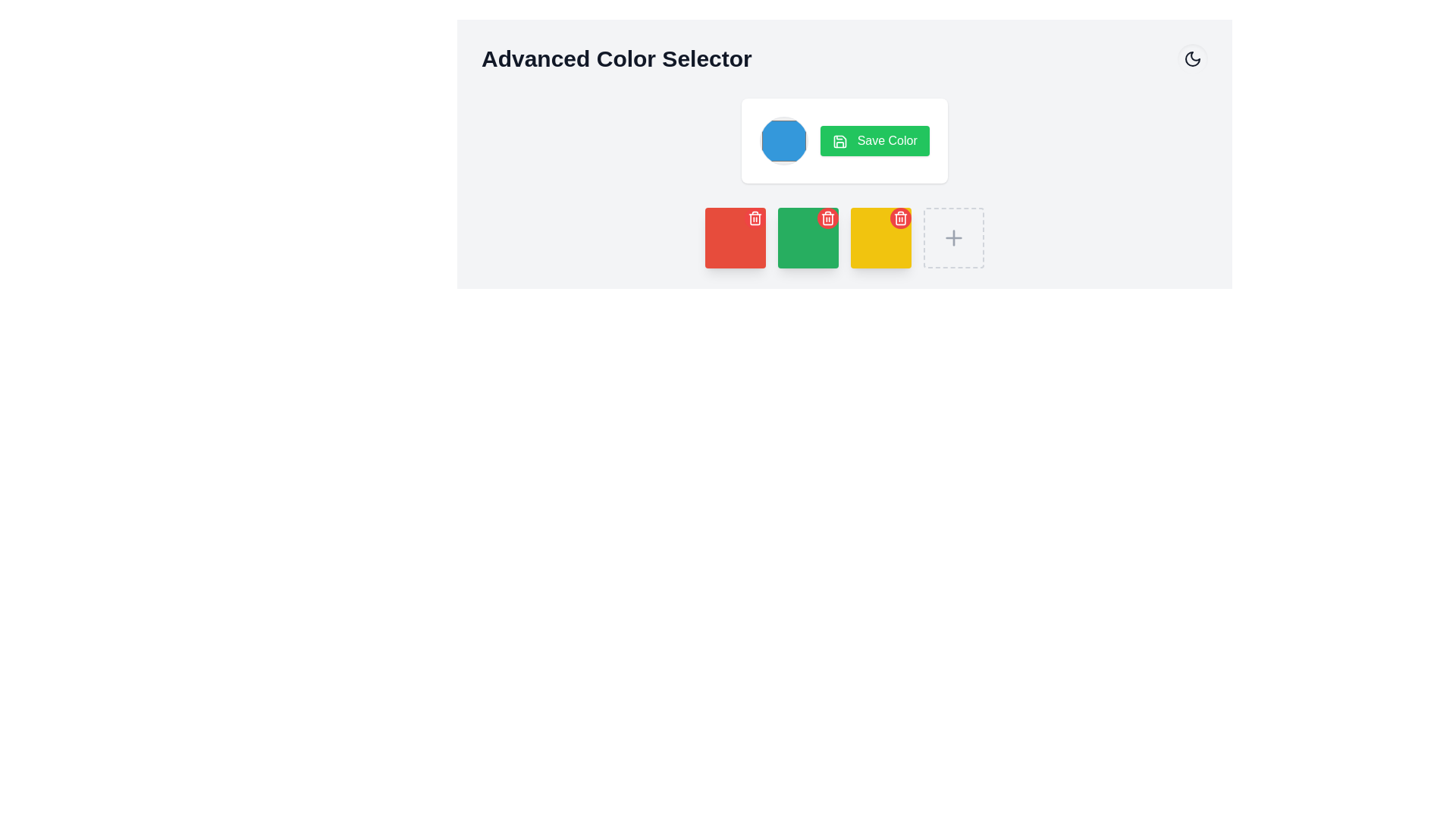 The width and height of the screenshot is (1456, 819). I want to click on the 'Save Color' button located to the right of the blue circular color selector in the 'Advanced Color Selector' section, so click(843, 140).